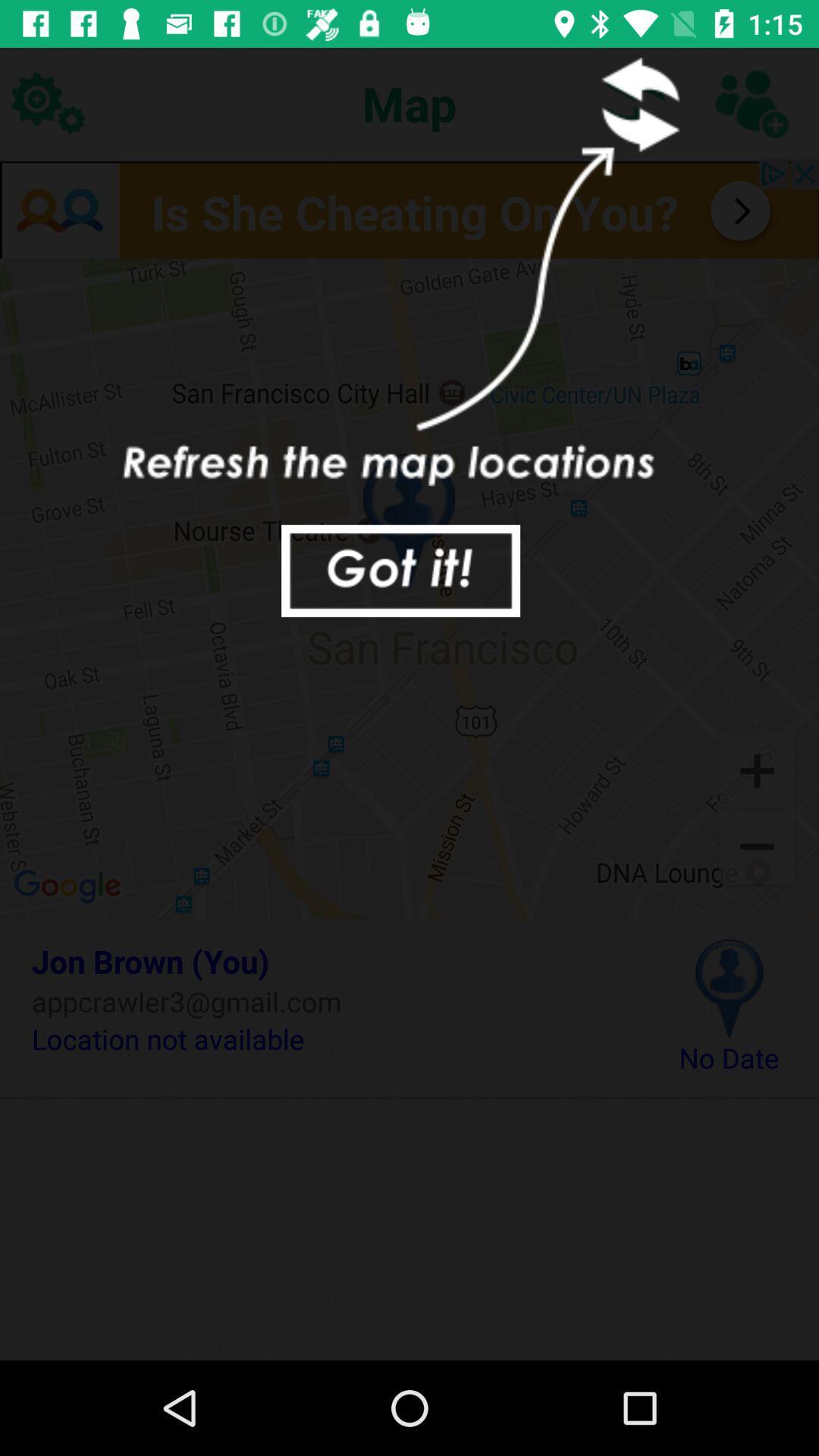 Image resolution: width=819 pixels, height=1456 pixels. What do you see at coordinates (751, 102) in the screenshot?
I see `contact` at bounding box center [751, 102].